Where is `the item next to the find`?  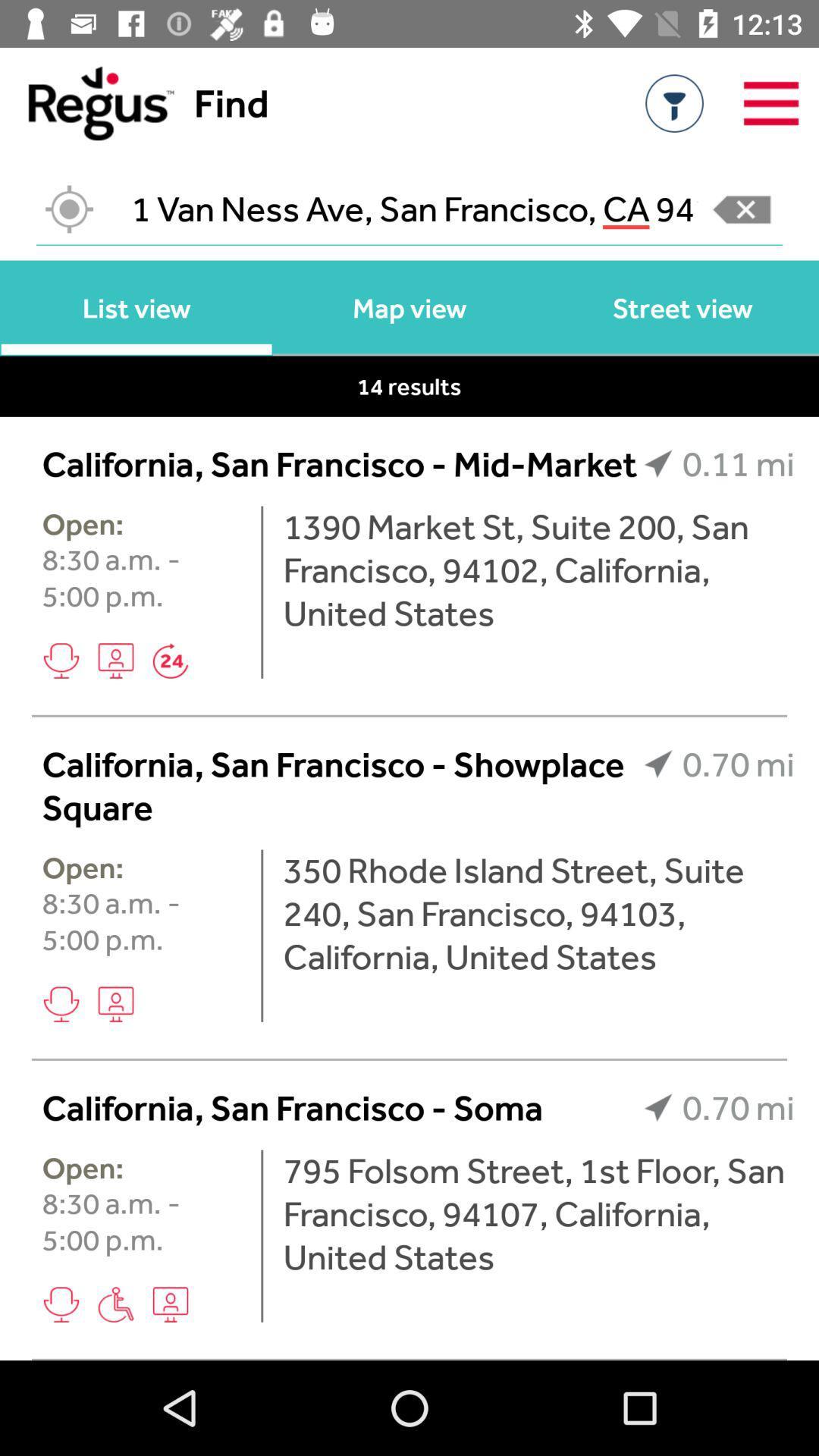 the item next to the find is located at coordinates (86, 102).